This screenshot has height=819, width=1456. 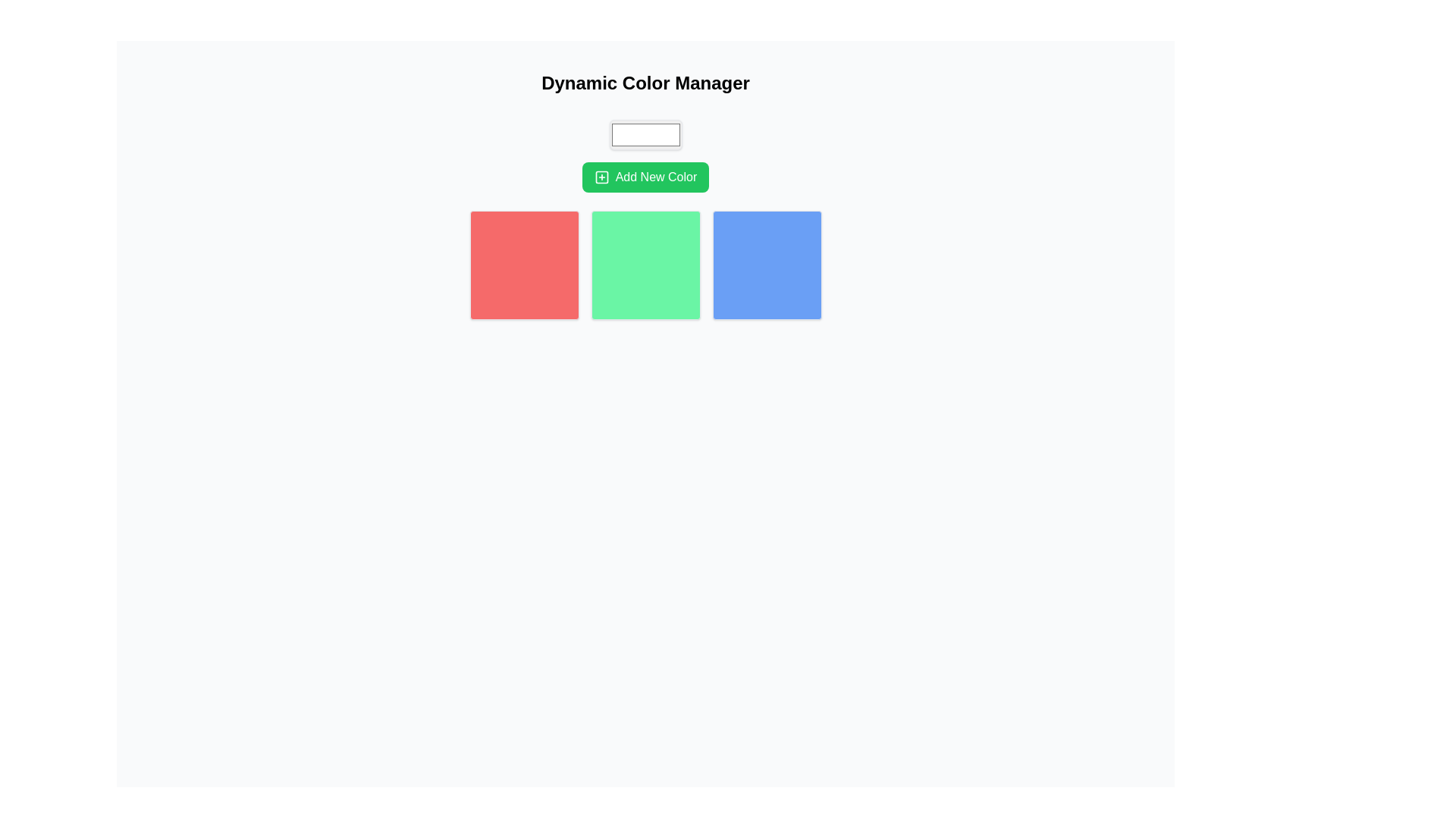 What do you see at coordinates (645, 83) in the screenshot?
I see `the static heading that serves as the title for the color management tool section, which is centrally aligned and positioned above other elements` at bounding box center [645, 83].